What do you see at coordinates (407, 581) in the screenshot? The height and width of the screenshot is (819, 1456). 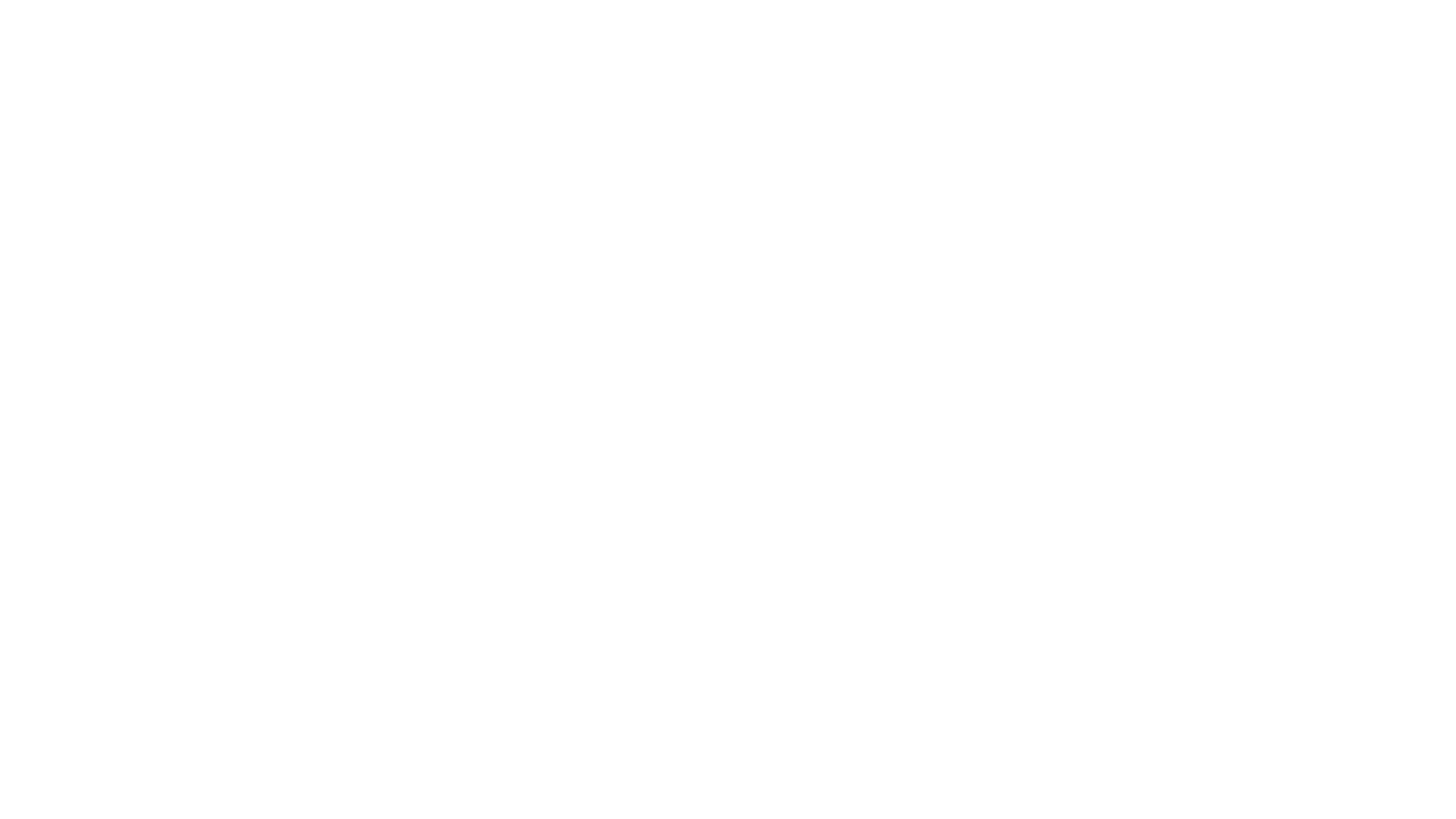 I see `Neste` at bounding box center [407, 581].